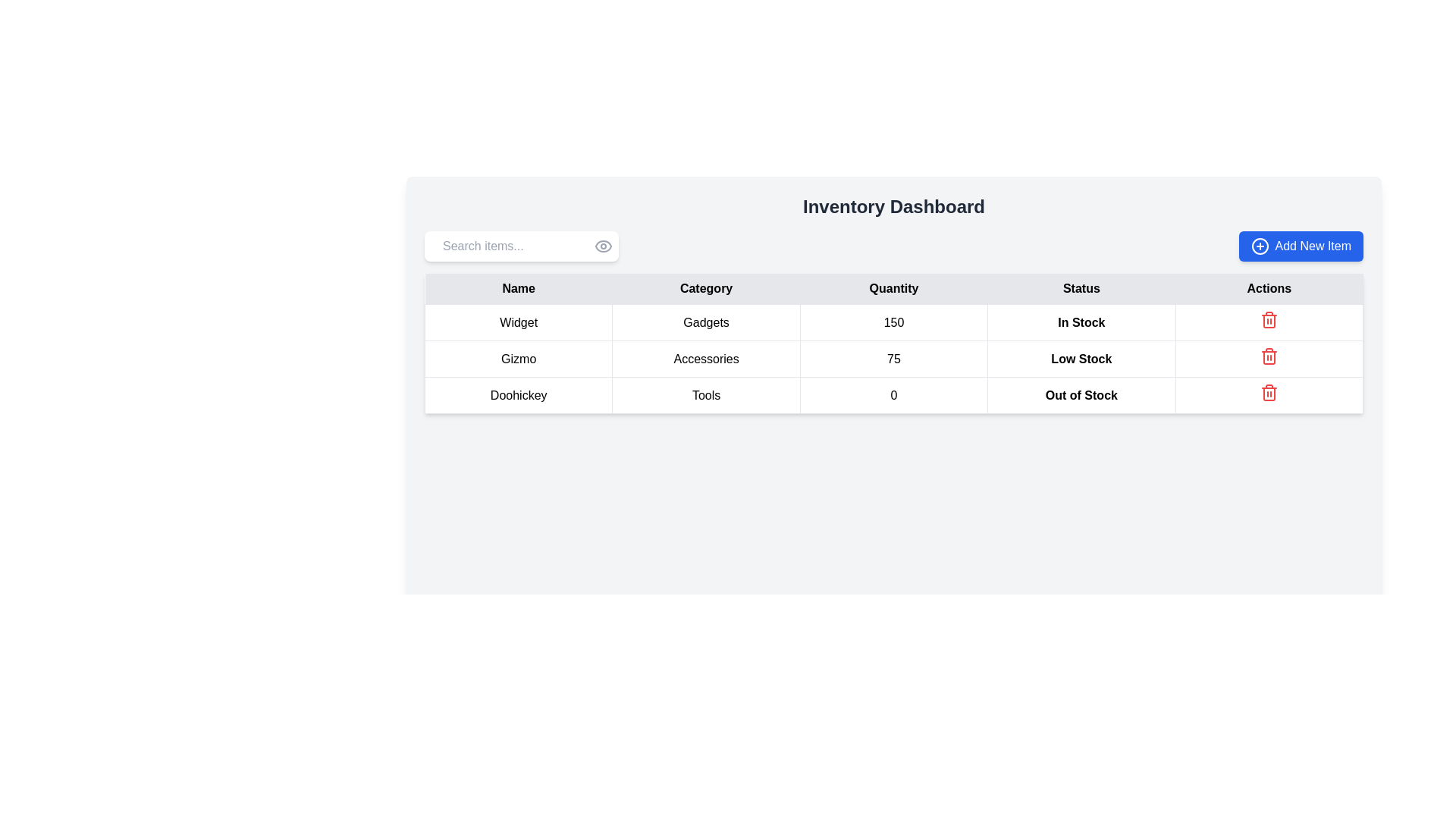  Describe the element at coordinates (705, 322) in the screenshot. I see `the static text element displaying 'Gadgets' in bold, black font, located in the second column of the first row of the main data table under the 'Category' header` at that location.